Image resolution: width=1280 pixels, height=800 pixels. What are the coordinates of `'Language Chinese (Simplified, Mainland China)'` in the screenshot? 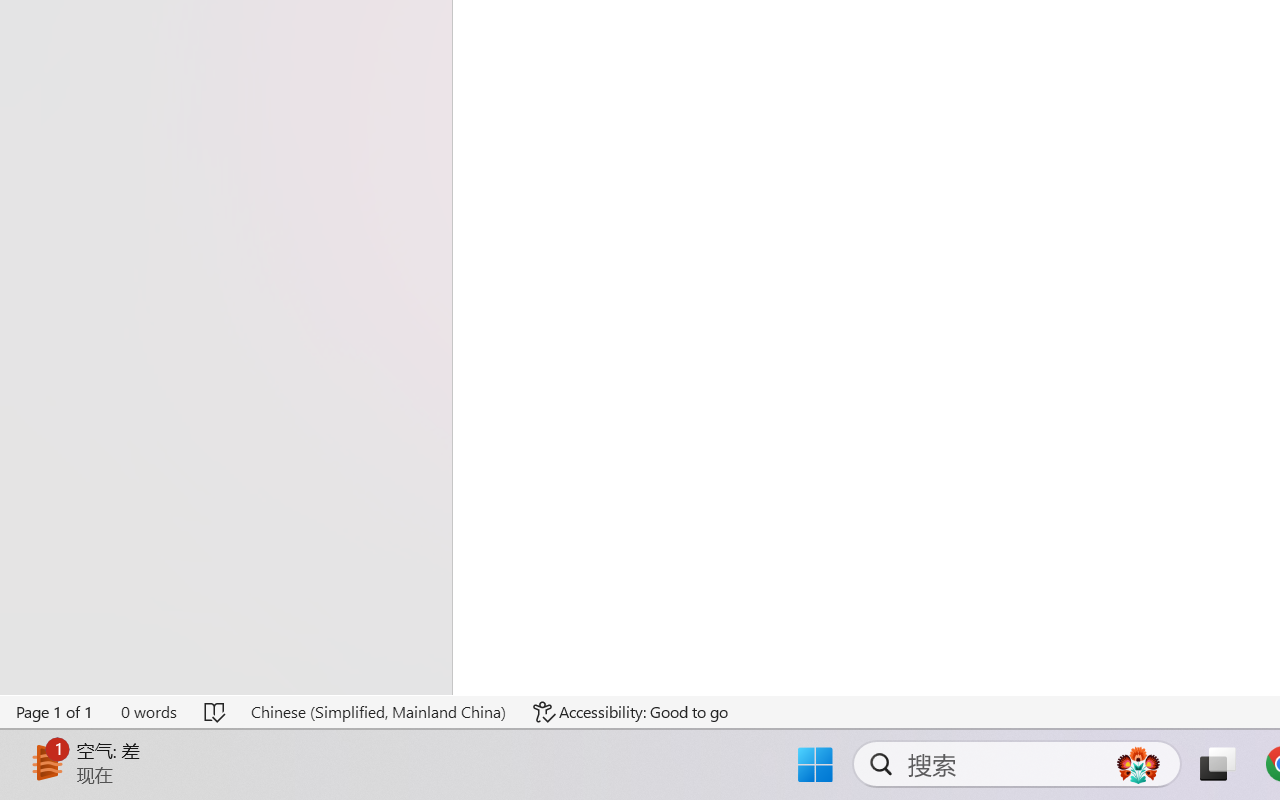 It's located at (378, 711).